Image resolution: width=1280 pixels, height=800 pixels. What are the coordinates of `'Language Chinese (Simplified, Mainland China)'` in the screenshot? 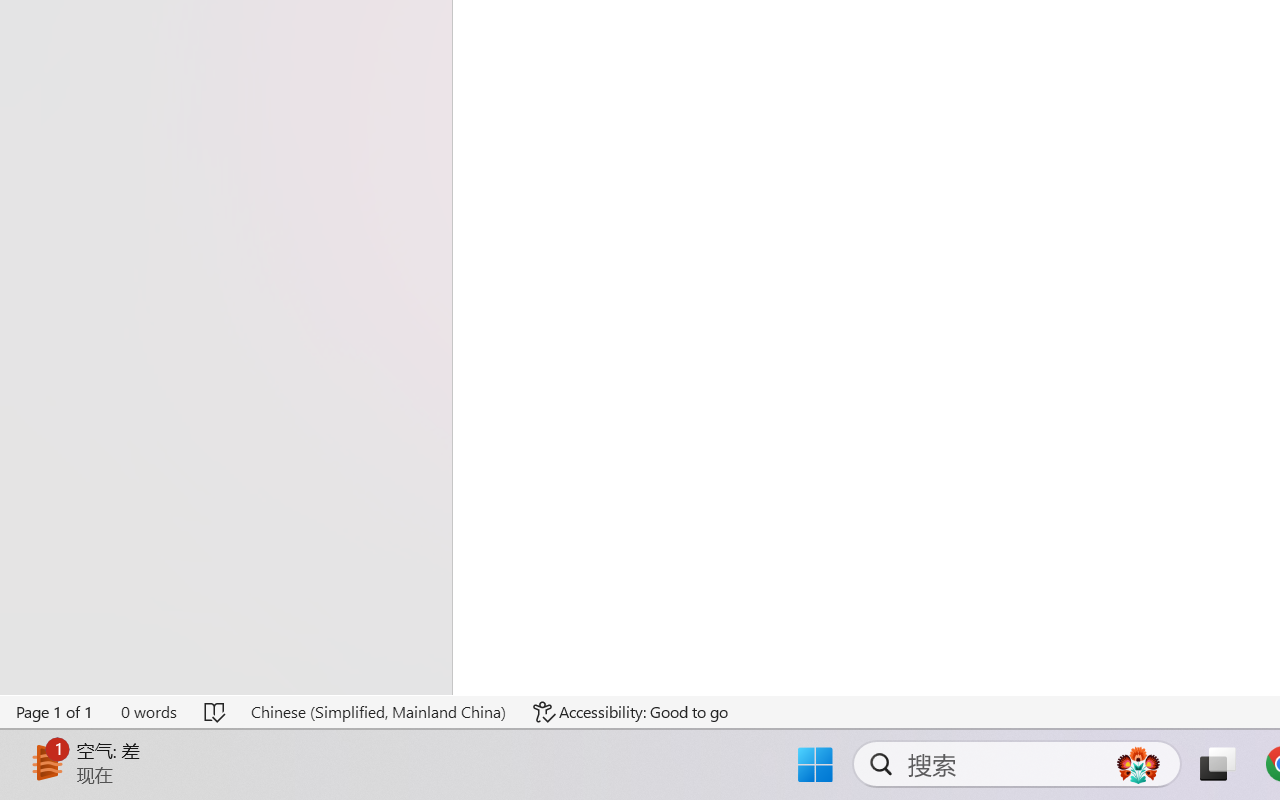 It's located at (378, 711).